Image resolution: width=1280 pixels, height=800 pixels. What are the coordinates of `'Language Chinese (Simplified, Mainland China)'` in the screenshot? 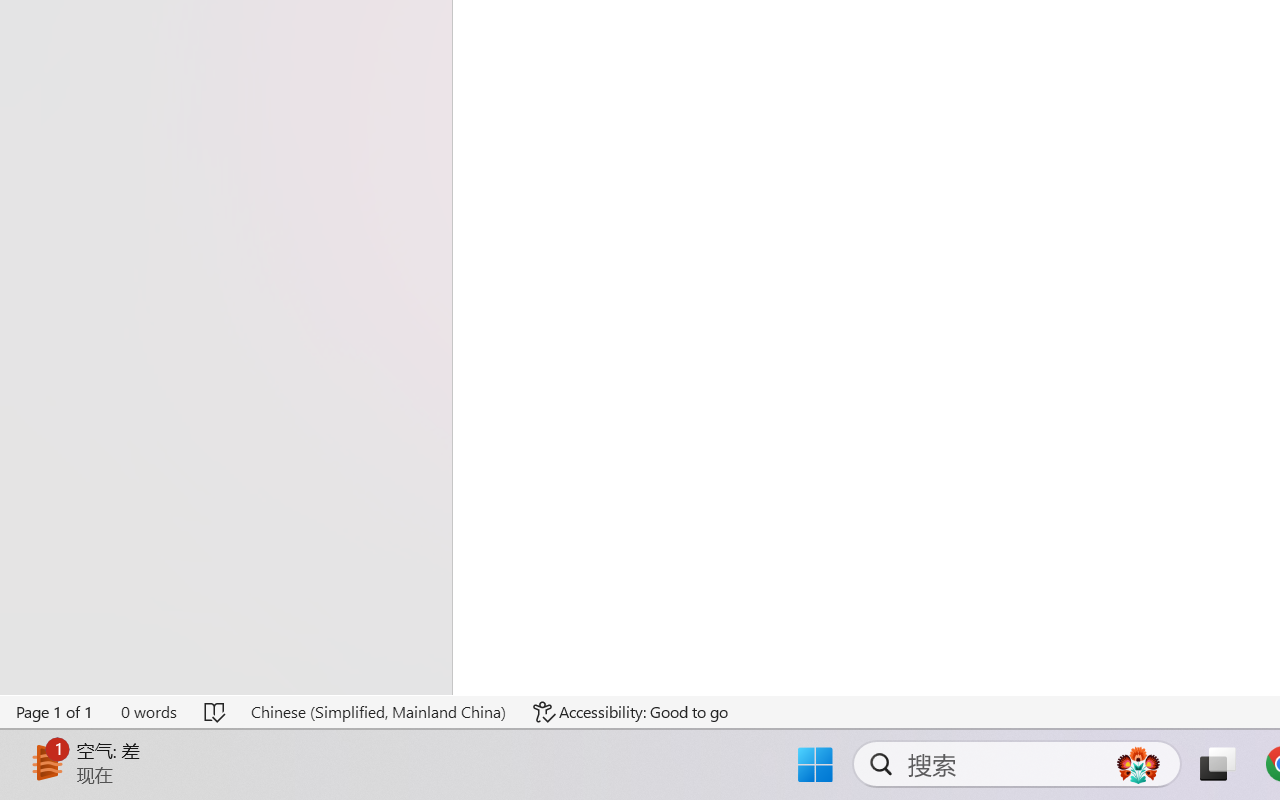 It's located at (378, 711).